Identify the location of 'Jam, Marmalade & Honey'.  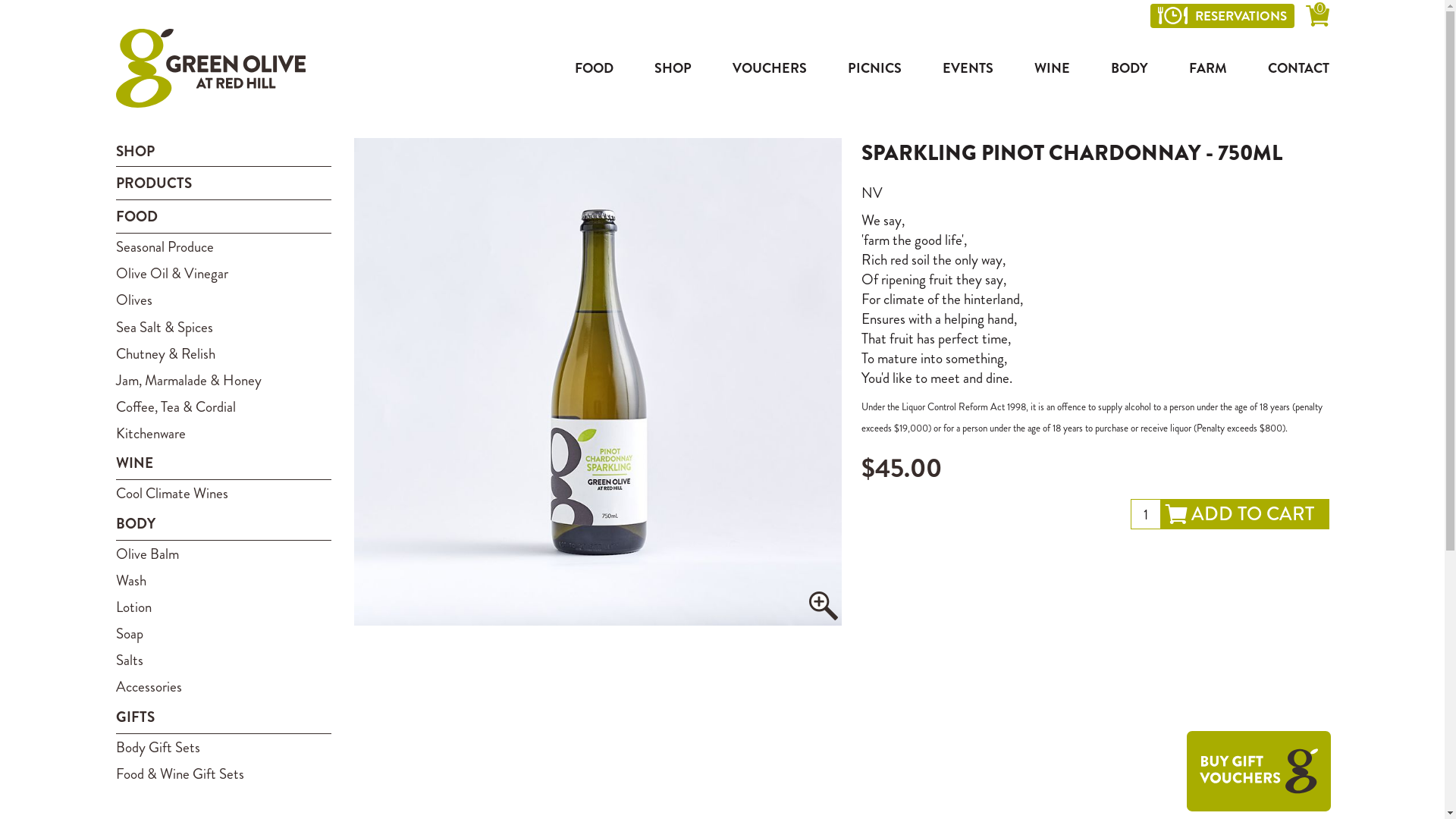
(115, 379).